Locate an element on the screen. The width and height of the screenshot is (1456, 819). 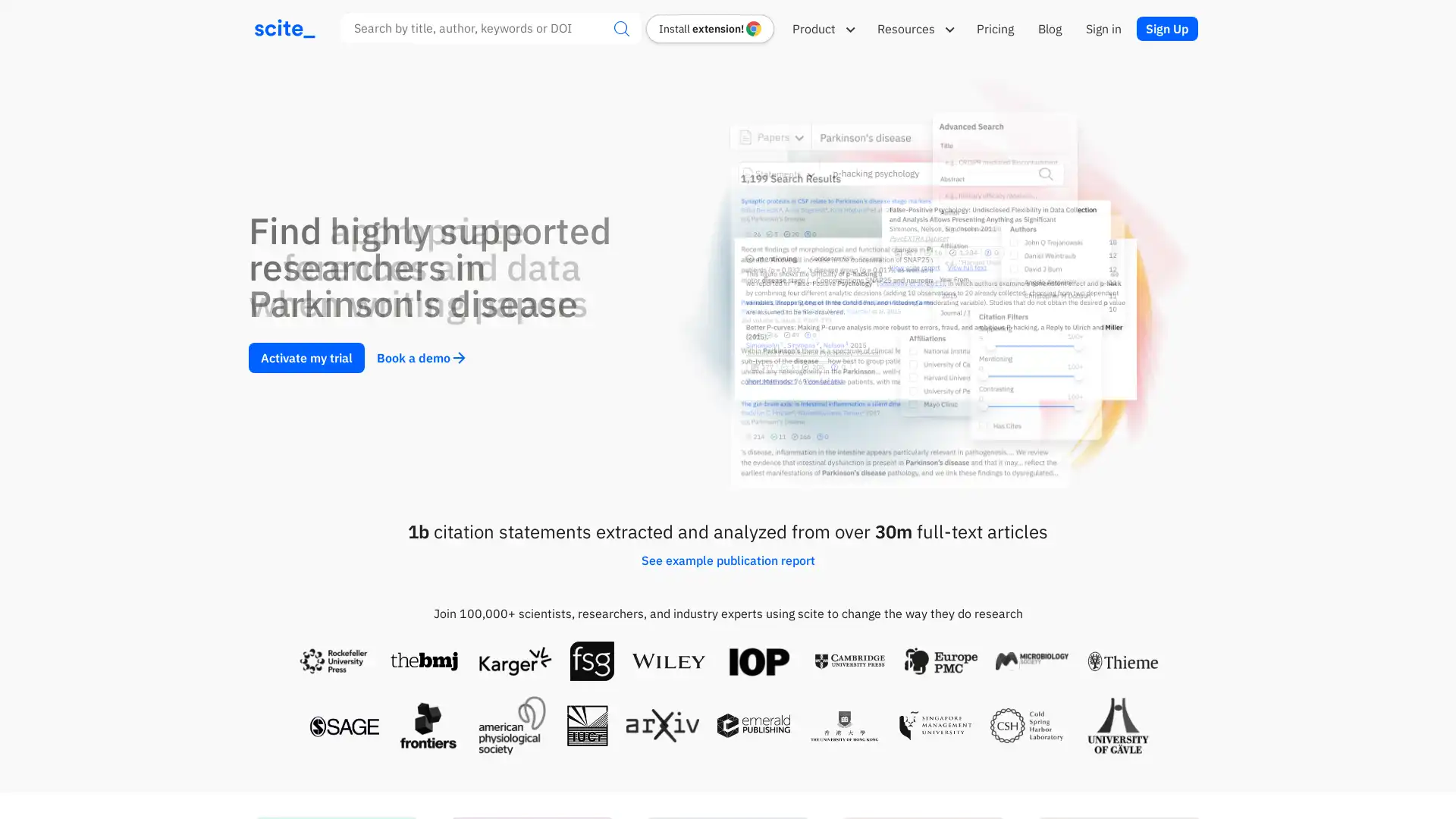
search-button is located at coordinates (622, 28).